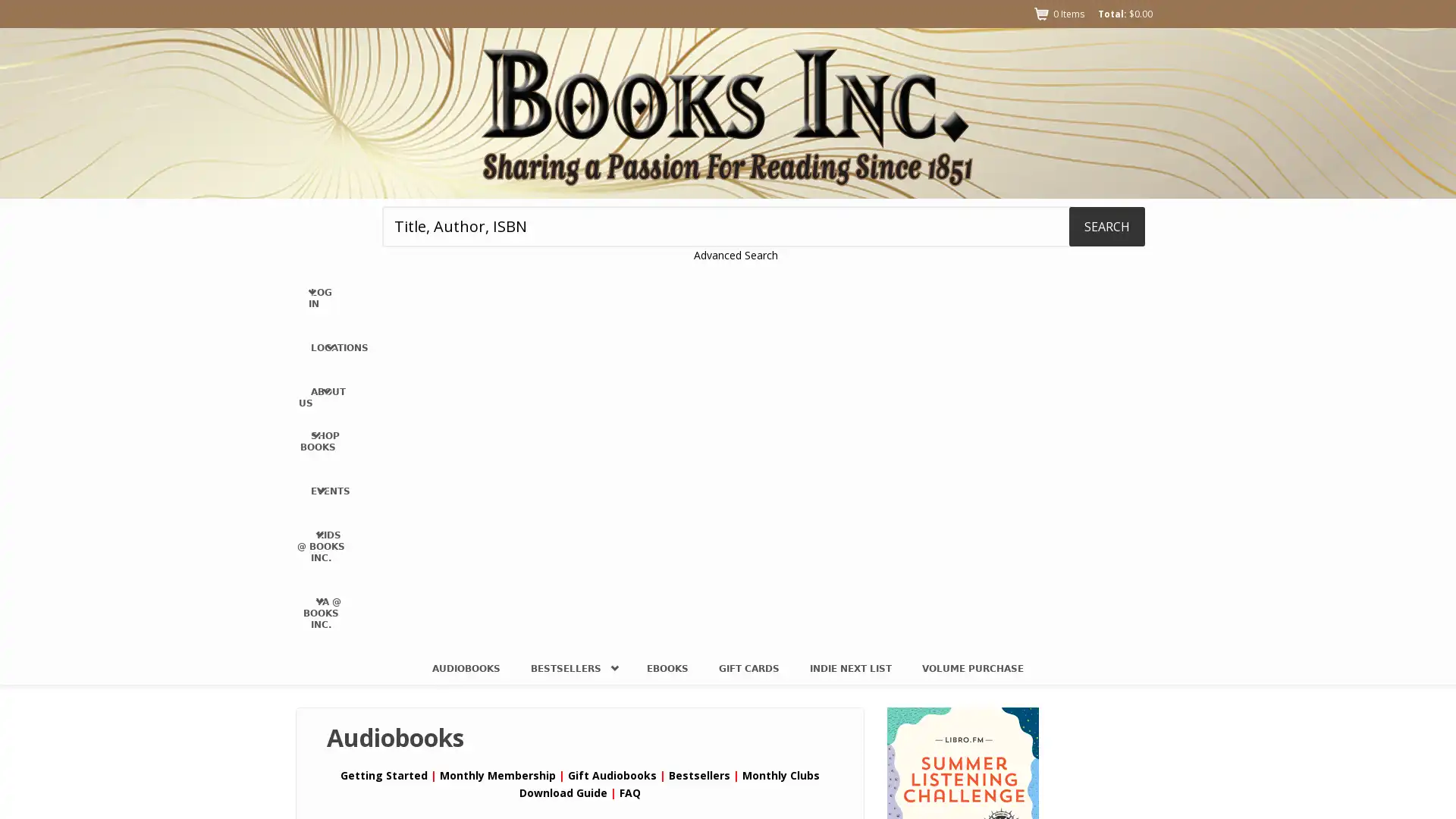 The height and width of the screenshot is (819, 1456). What do you see at coordinates (1106, 225) in the screenshot?
I see `Search` at bounding box center [1106, 225].